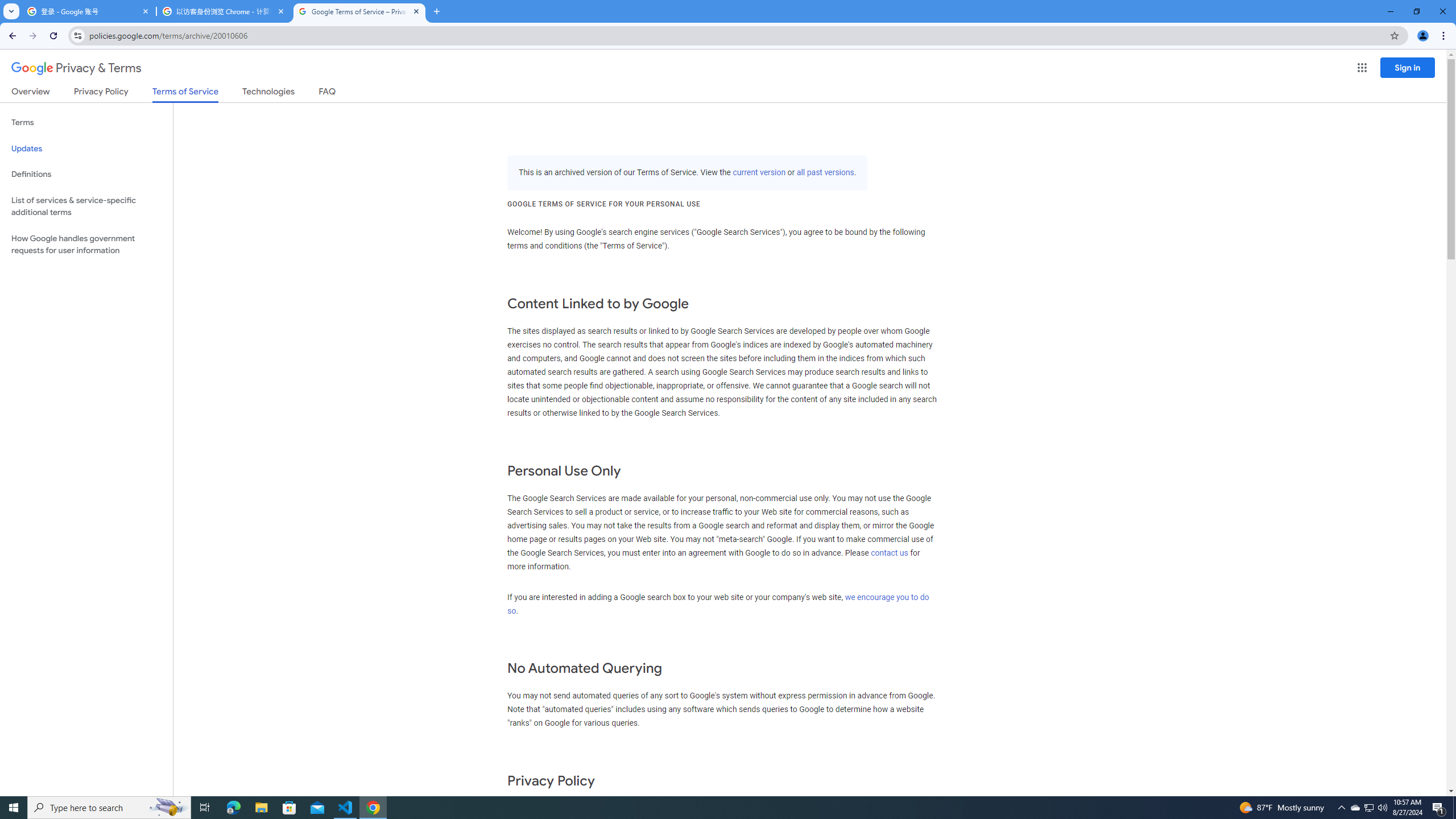  What do you see at coordinates (759, 172) in the screenshot?
I see `'current version'` at bounding box center [759, 172].